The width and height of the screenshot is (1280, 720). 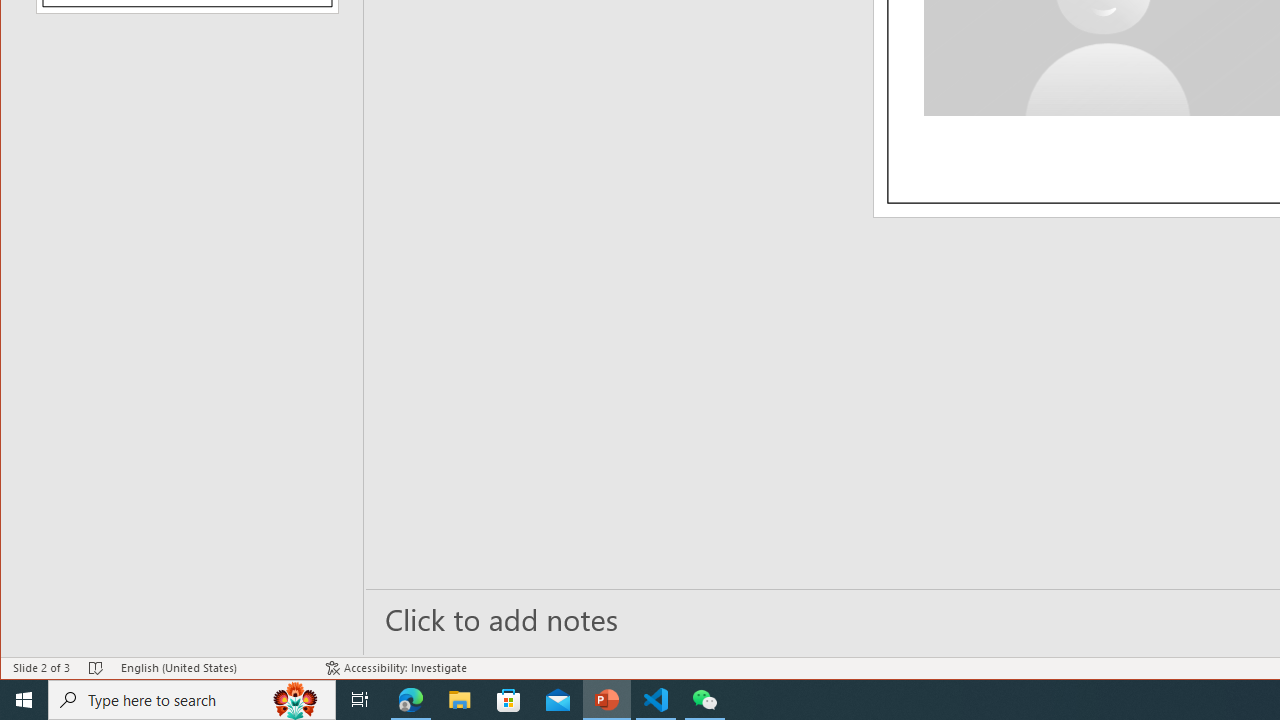 What do you see at coordinates (606, 698) in the screenshot?
I see `'PowerPoint - 1 running window'` at bounding box center [606, 698].